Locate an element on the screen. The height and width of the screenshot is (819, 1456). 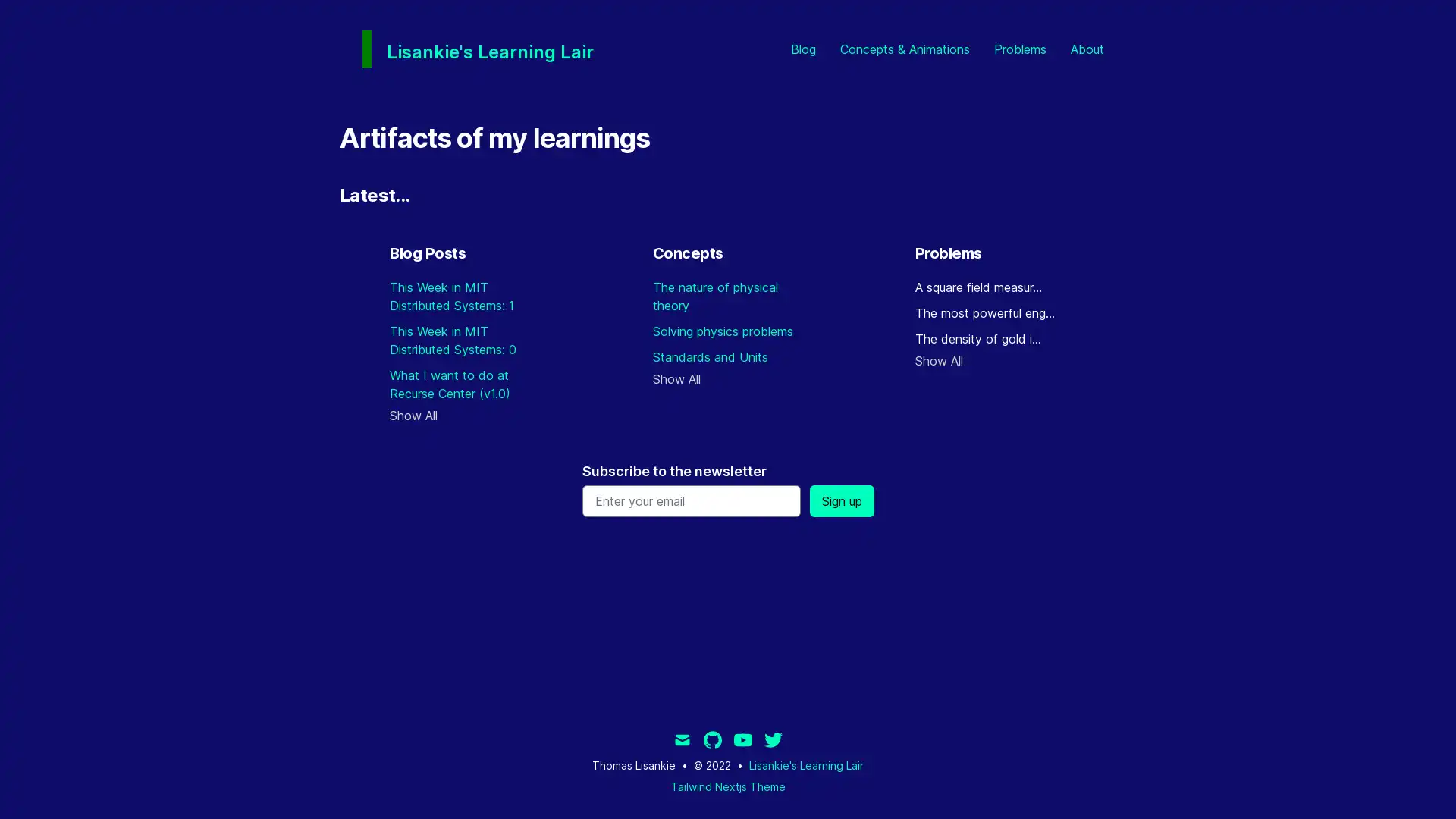
Sign up is located at coordinates (840, 500).